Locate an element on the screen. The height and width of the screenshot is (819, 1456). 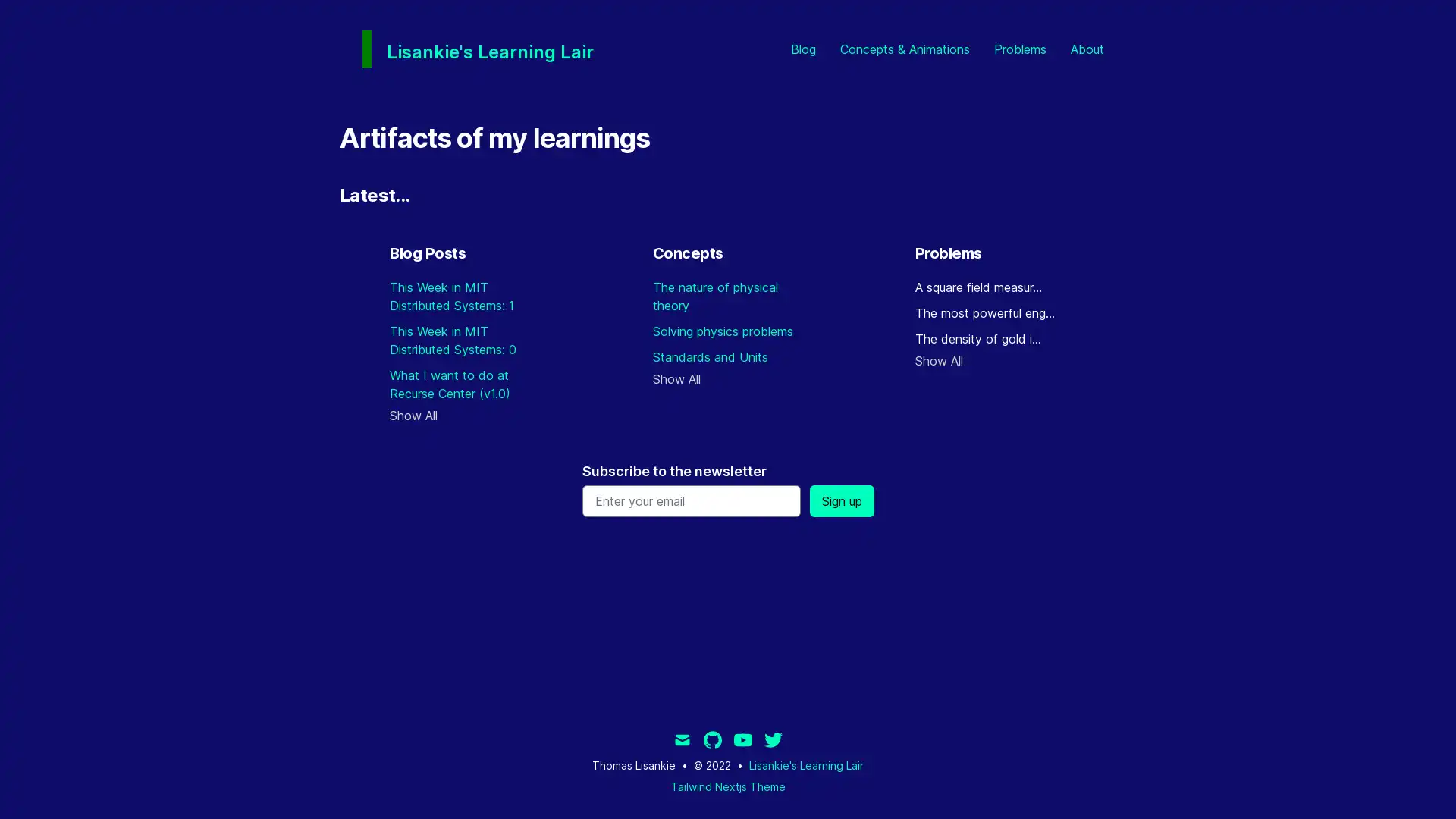
Sign up is located at coordinates (840, 500).